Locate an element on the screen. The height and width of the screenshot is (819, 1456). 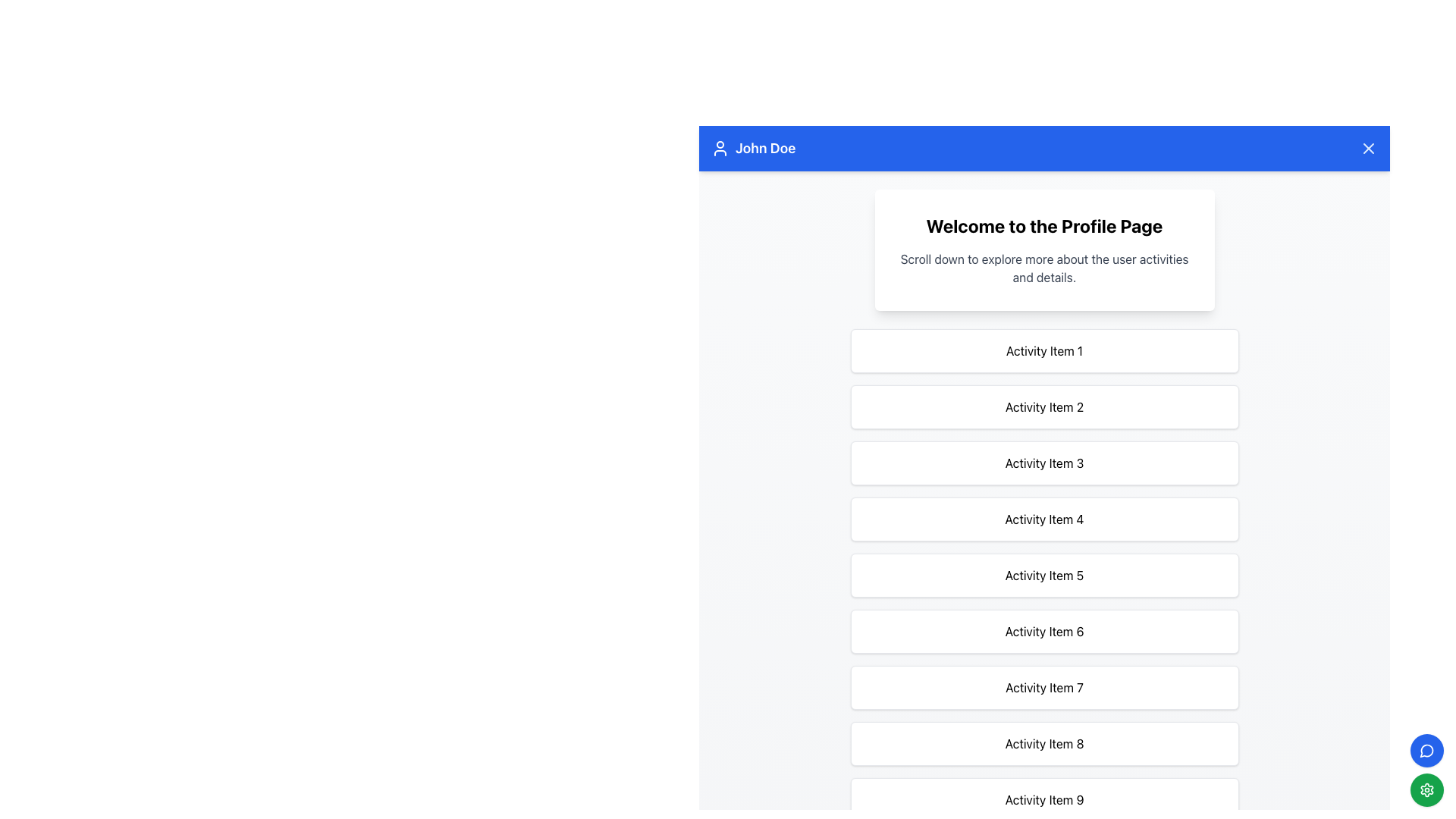
the Static information card labeled 'Activity Item 1', which is the first card in a list and has a white background with rounded corners is located at coordinates (1043, 350).